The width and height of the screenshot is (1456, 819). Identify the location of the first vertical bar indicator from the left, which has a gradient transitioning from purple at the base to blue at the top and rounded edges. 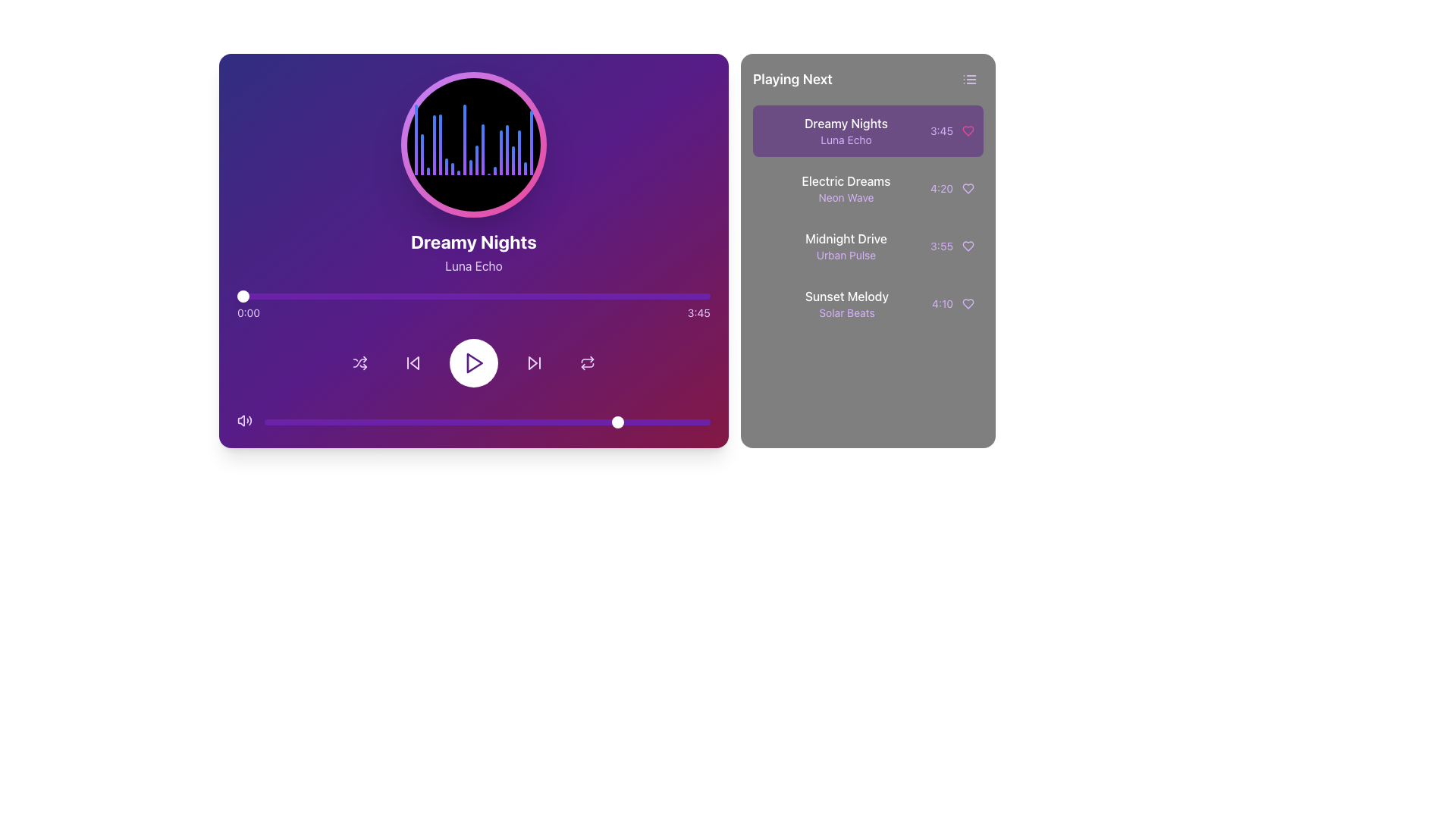
(416, 140).